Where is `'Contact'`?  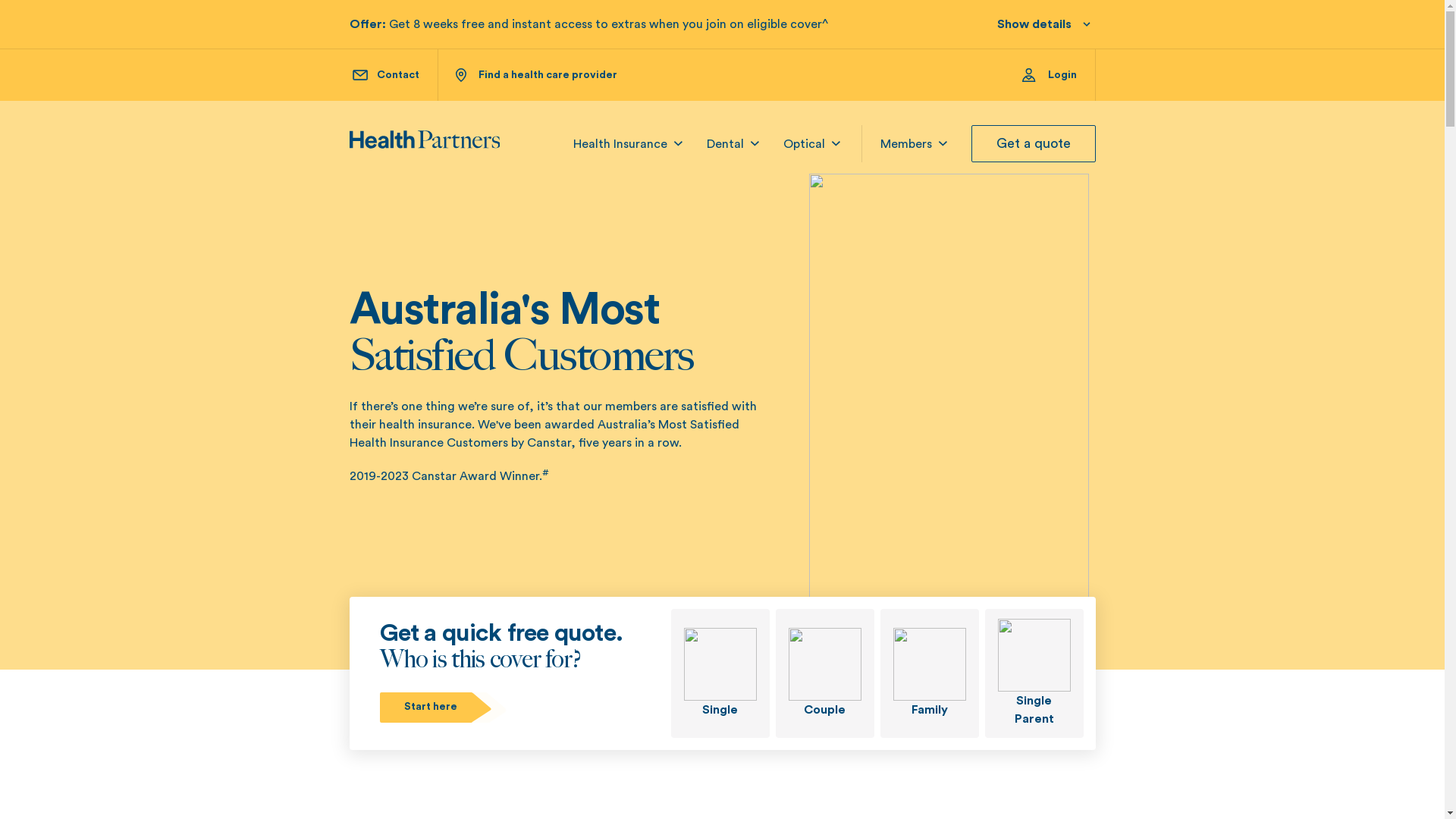
'Contact' is located at coordinates (385, 75).